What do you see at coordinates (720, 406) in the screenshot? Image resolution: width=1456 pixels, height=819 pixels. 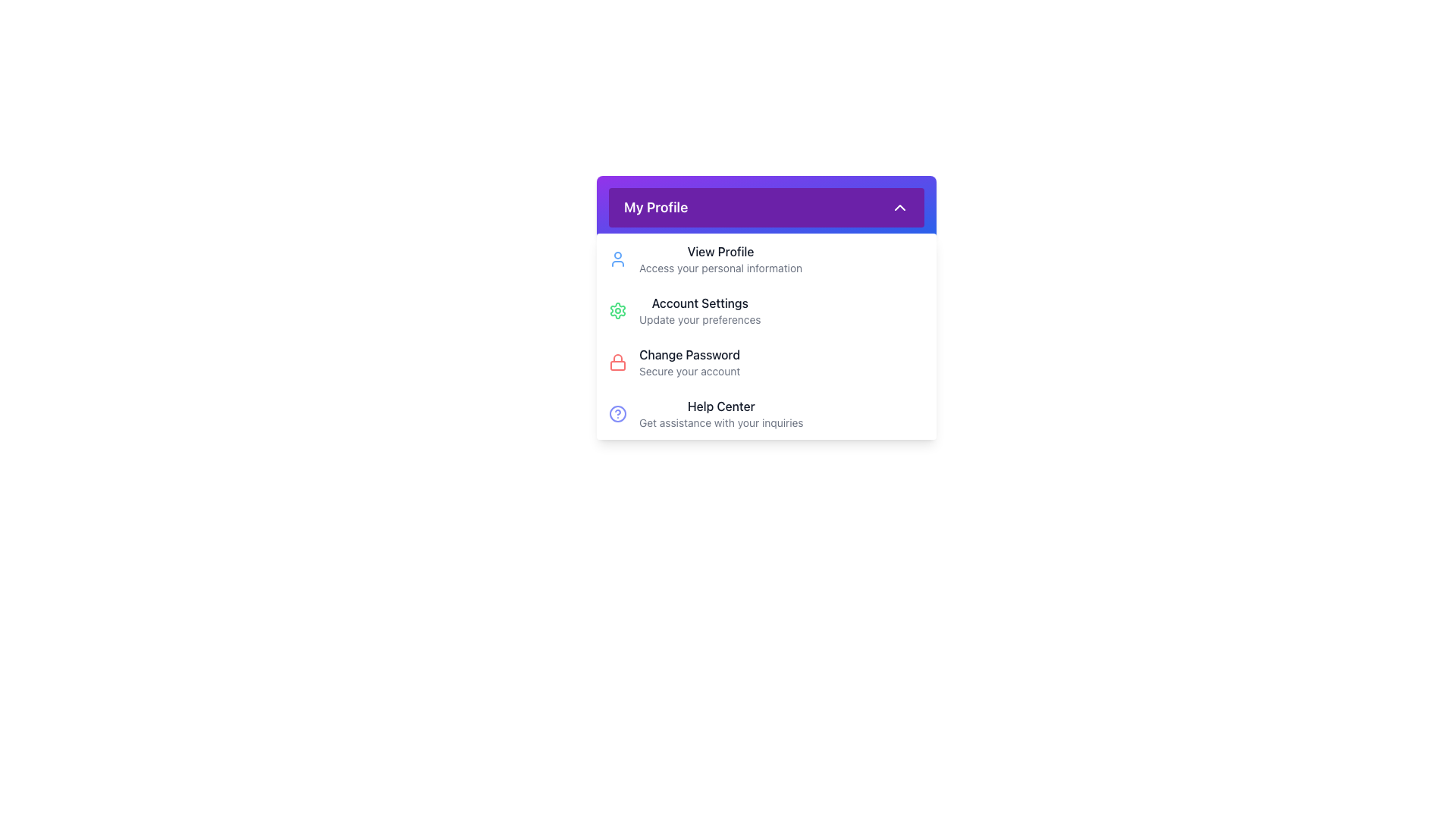 I see `the Text Label element that represents access to the Help Center, positioned above the subtitle 'Get assistance with your inquiries' in the 'My Profile' dropdown` at bounding box center [720, 406].